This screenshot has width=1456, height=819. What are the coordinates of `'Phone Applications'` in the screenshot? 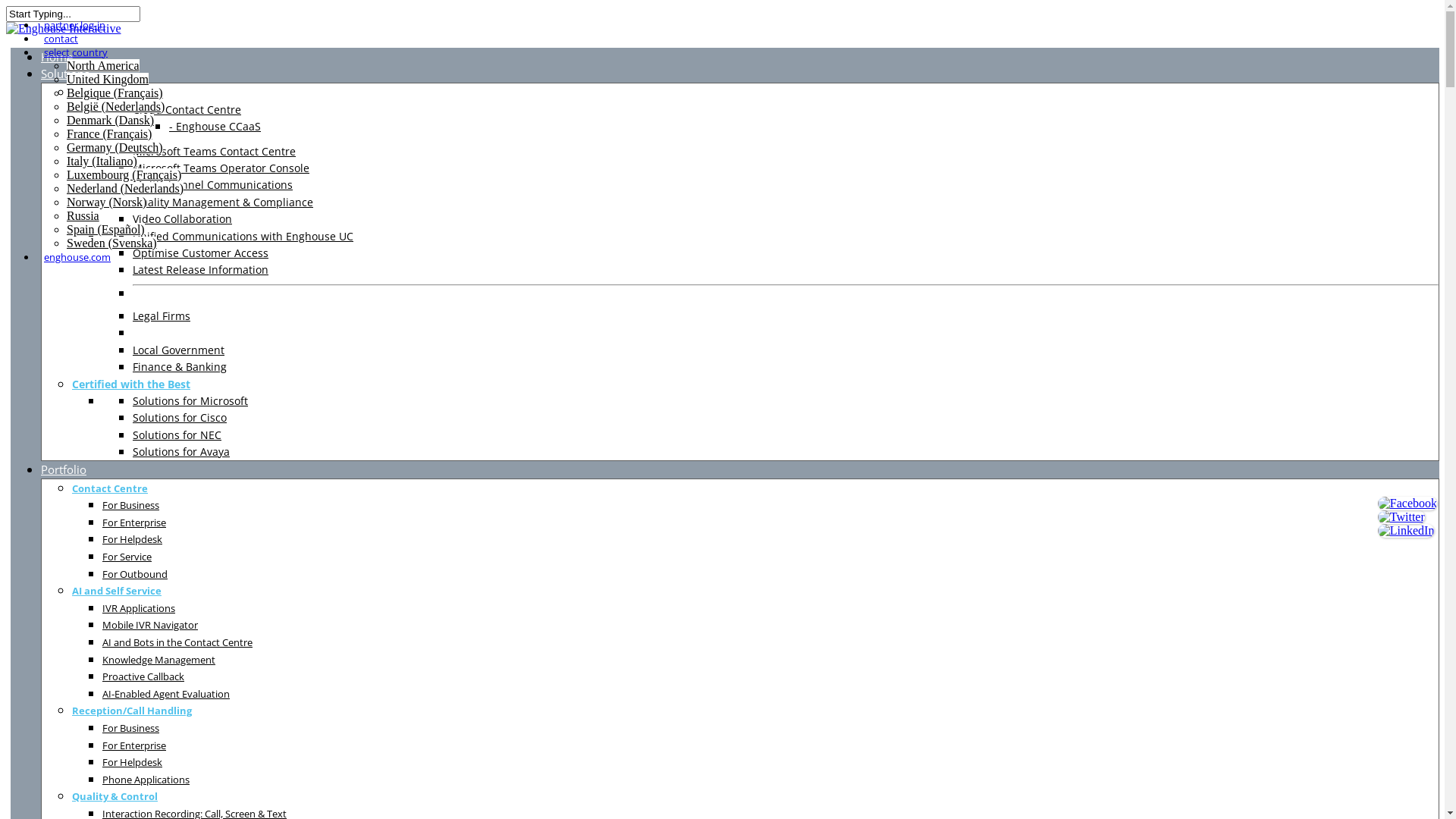 It's located at (146, 779).